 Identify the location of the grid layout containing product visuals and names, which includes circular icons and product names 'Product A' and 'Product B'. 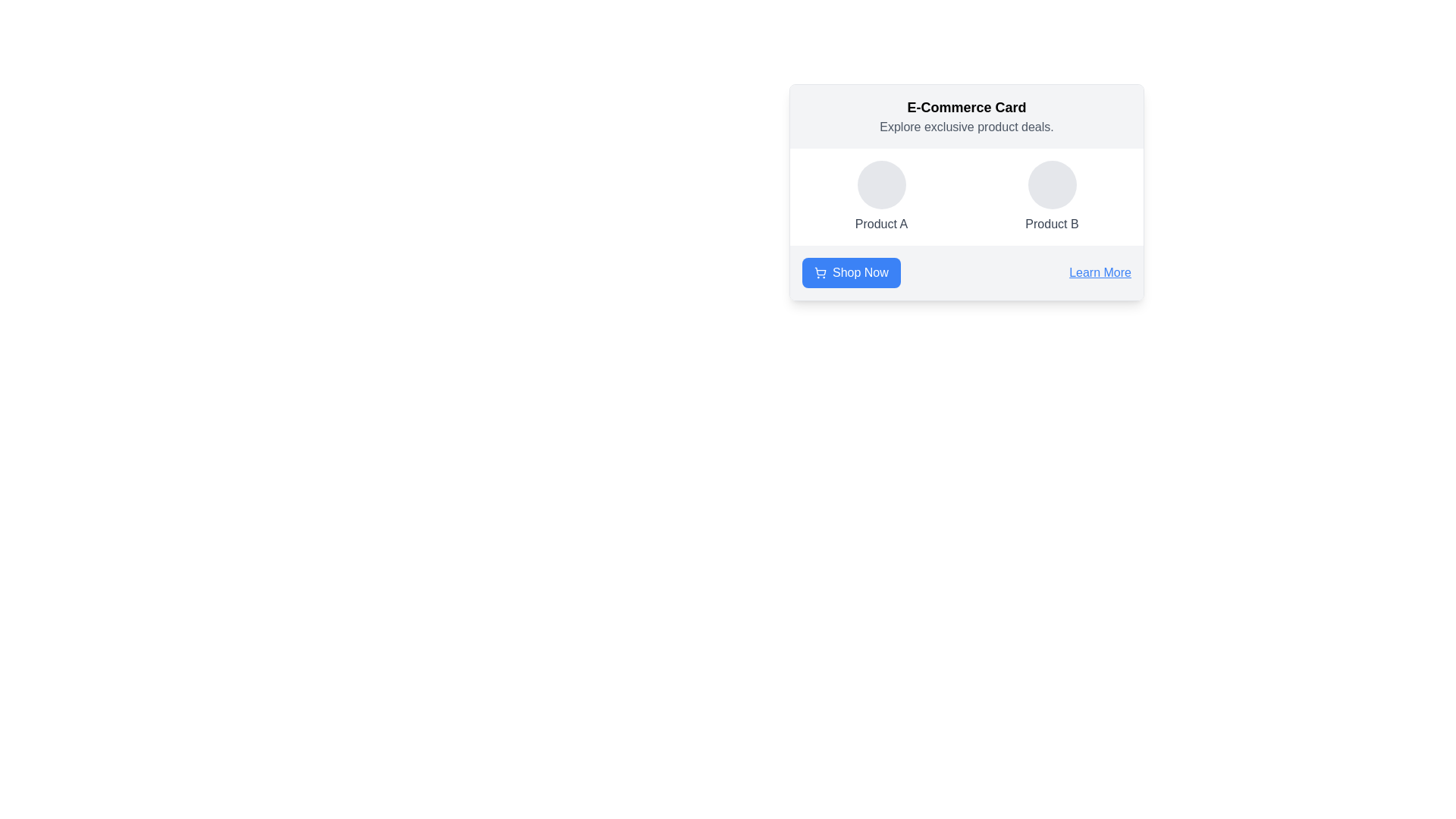
(966, 196).